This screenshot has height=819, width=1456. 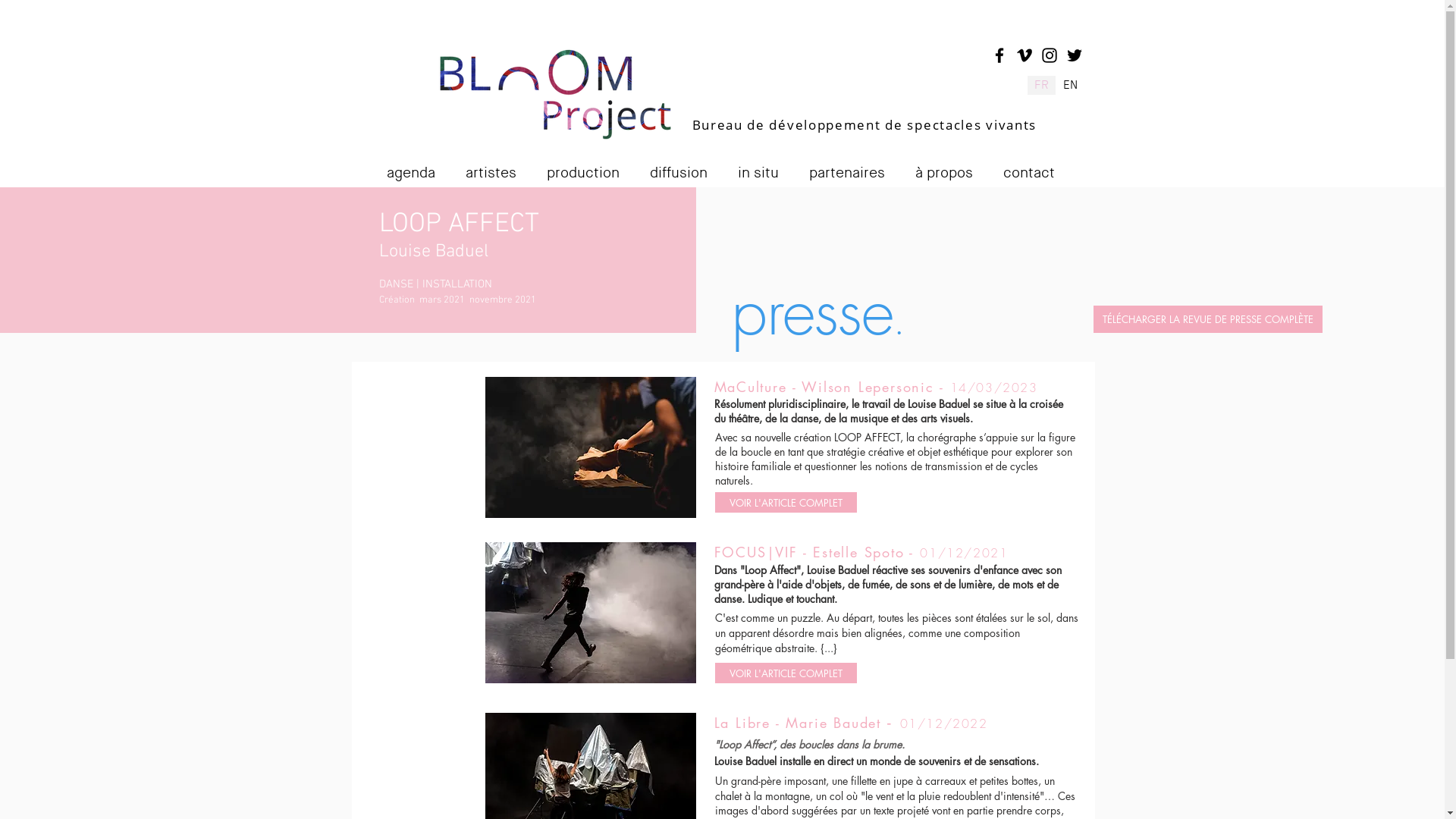 I want to click on 'FR', so click(x=1026, y=85).